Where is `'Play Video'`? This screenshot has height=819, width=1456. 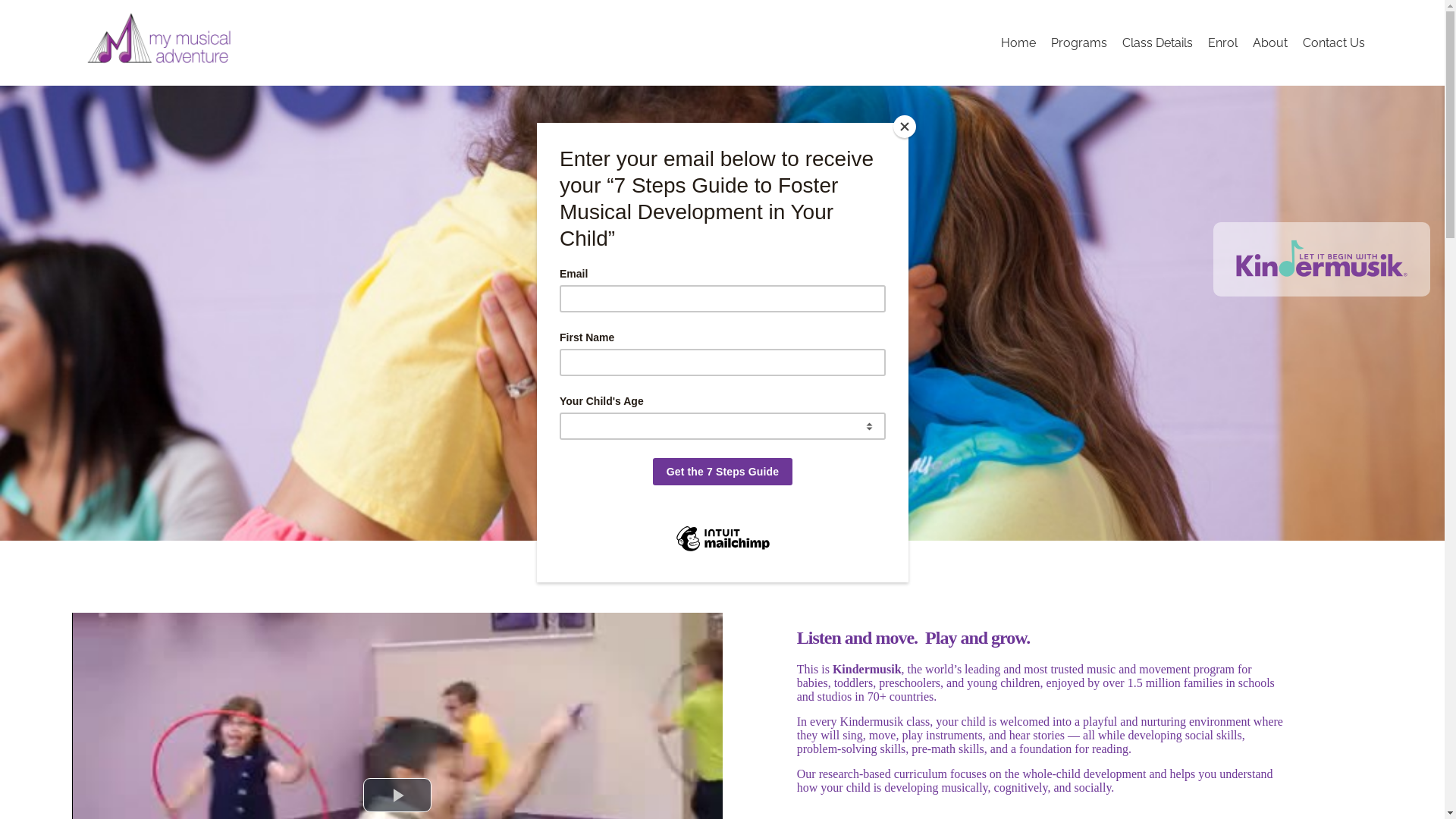 'Play Video' is located at coordinates (397, 794).